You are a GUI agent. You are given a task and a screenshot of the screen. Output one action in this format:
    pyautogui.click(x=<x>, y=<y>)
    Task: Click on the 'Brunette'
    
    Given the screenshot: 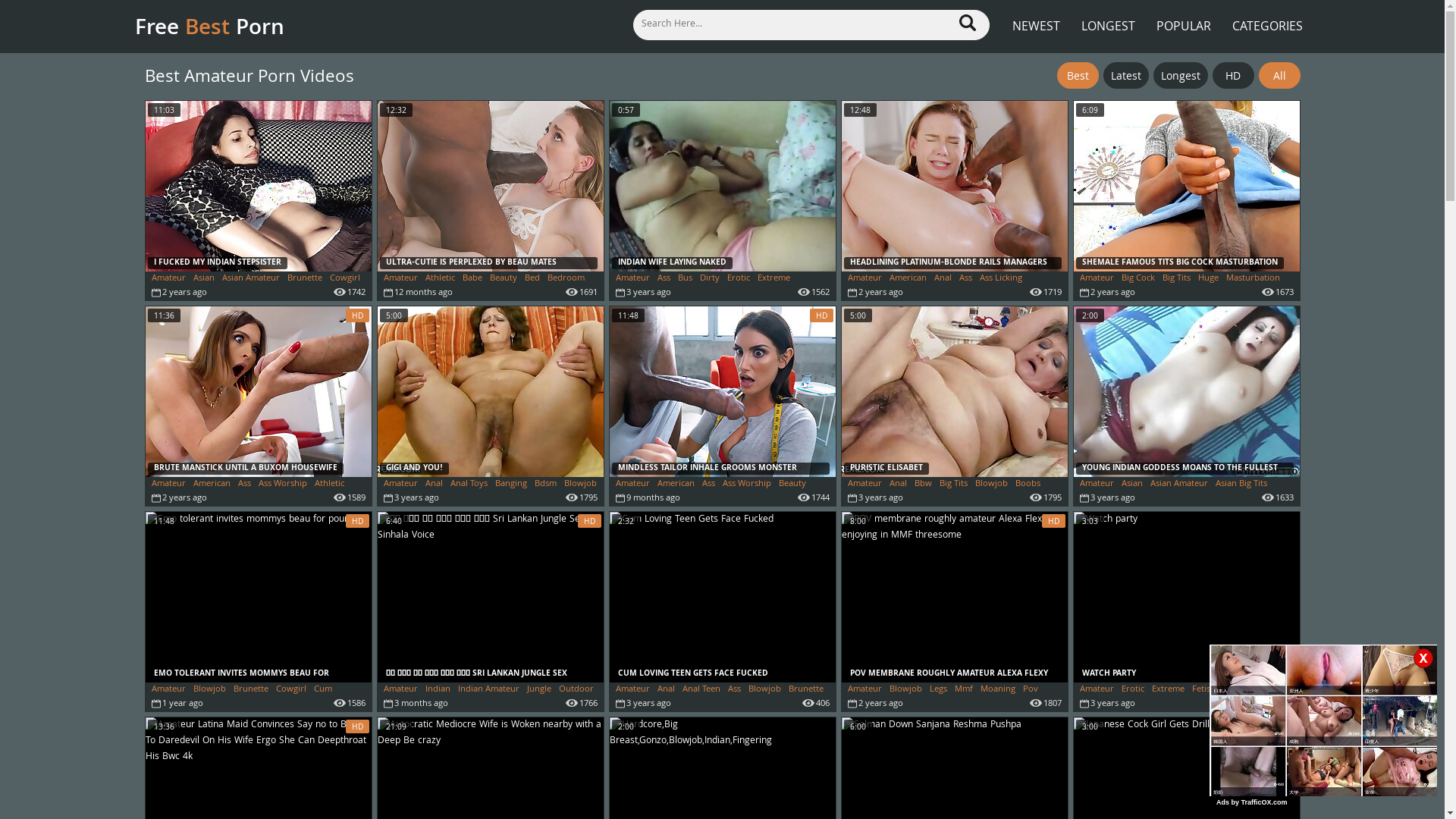 What is the action you would take?
    pyautogui.click(x=303, y=278)
    